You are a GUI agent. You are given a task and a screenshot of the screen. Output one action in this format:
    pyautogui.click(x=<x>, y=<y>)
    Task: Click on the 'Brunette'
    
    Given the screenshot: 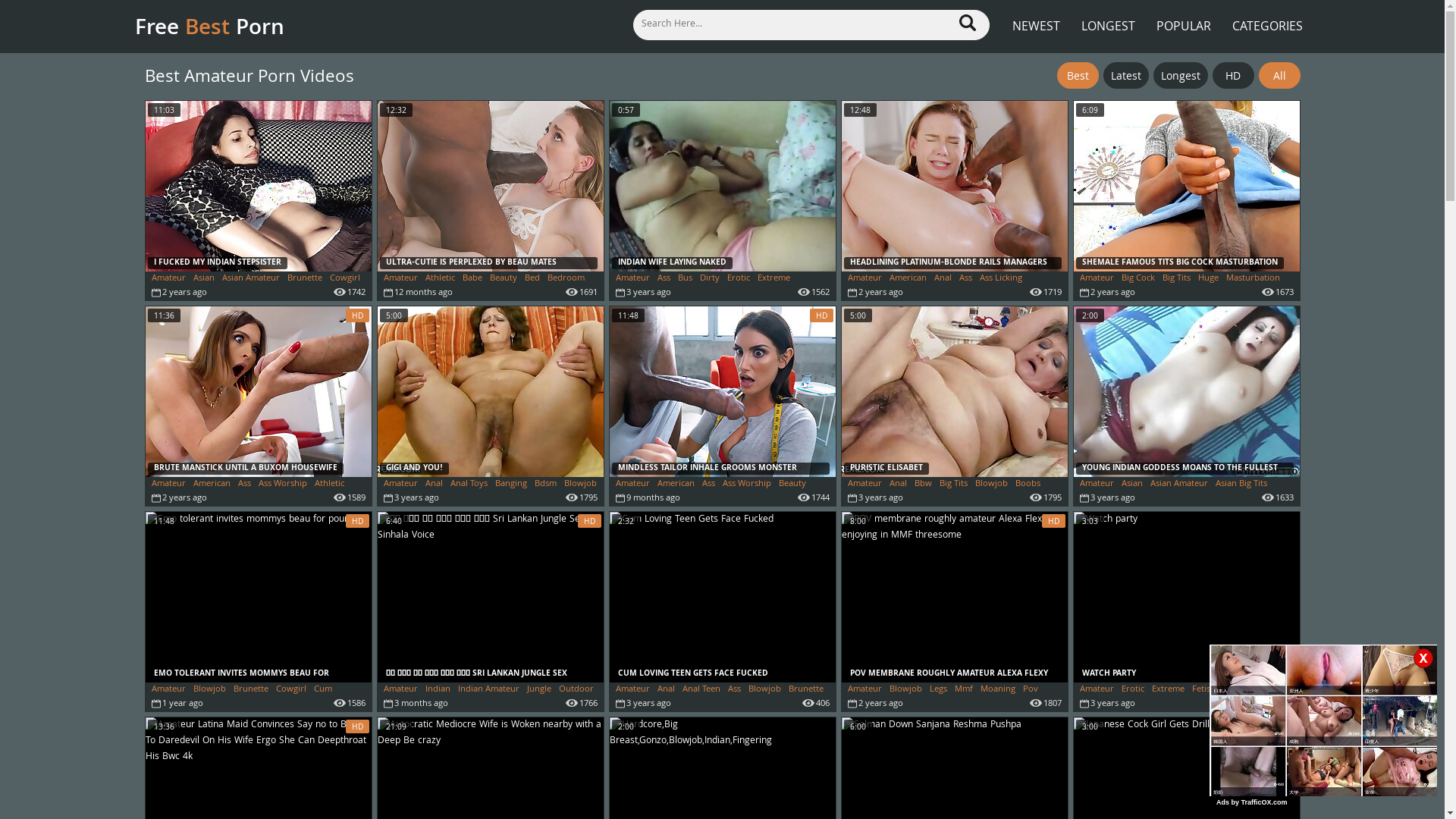 What is the action you would take?
    pyautogui.click(x=303, y=278)
    